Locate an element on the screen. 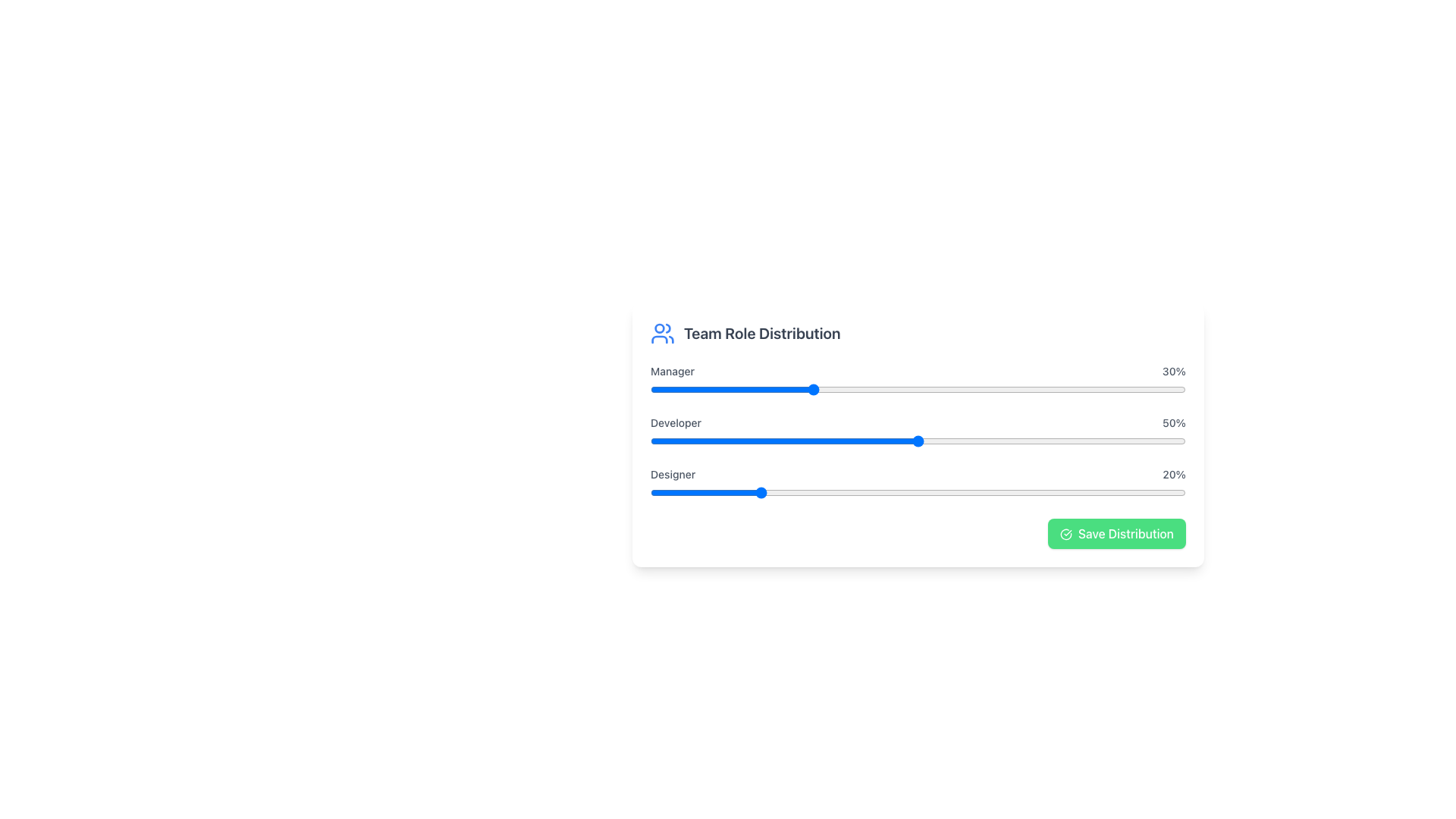 The width and height of the screenshot is (1456, 819). the developer's role distribution percentage is located at coordinates (960, 441).